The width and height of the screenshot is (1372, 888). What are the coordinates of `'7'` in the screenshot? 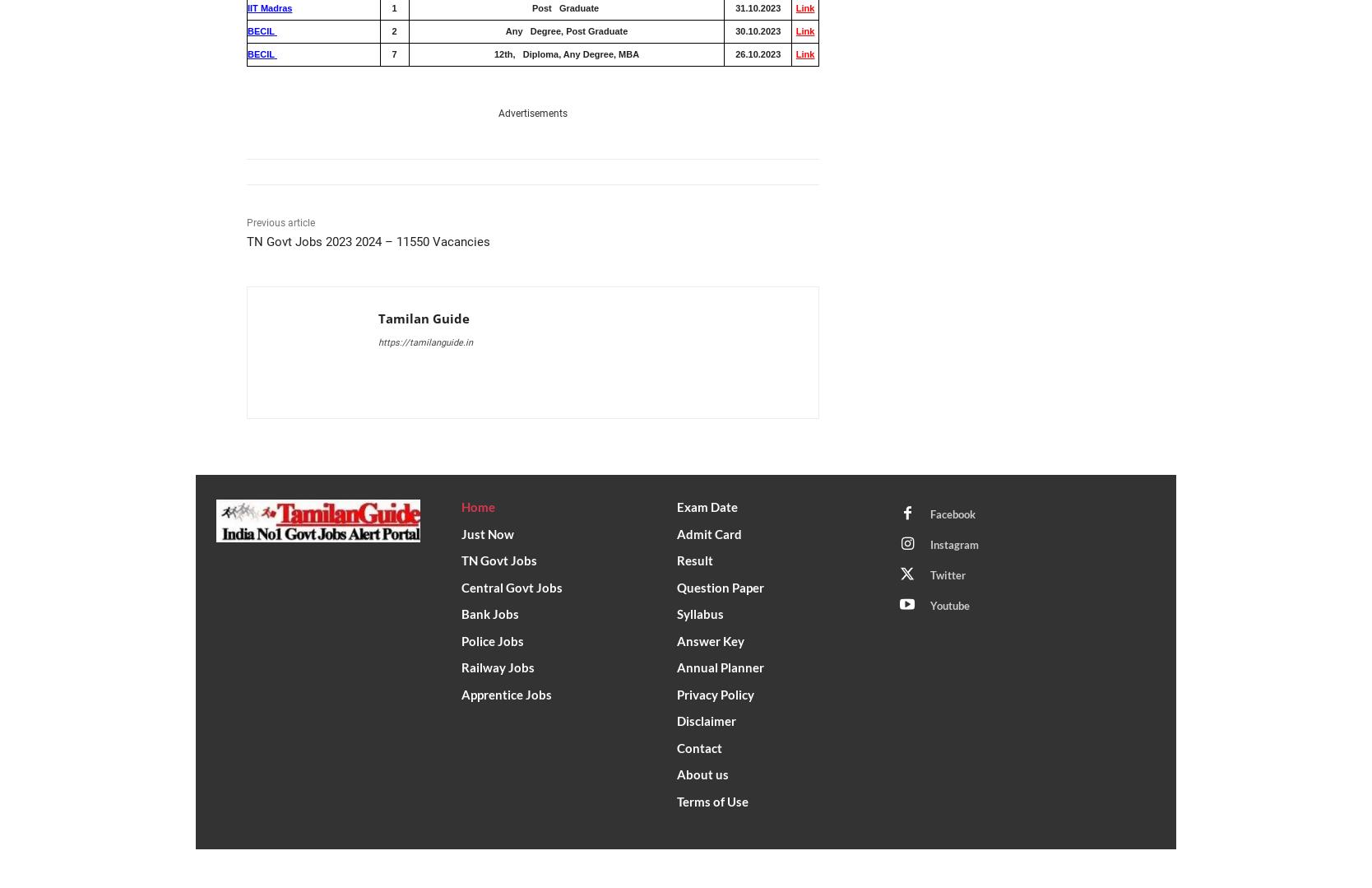 It's located at (394, 53).